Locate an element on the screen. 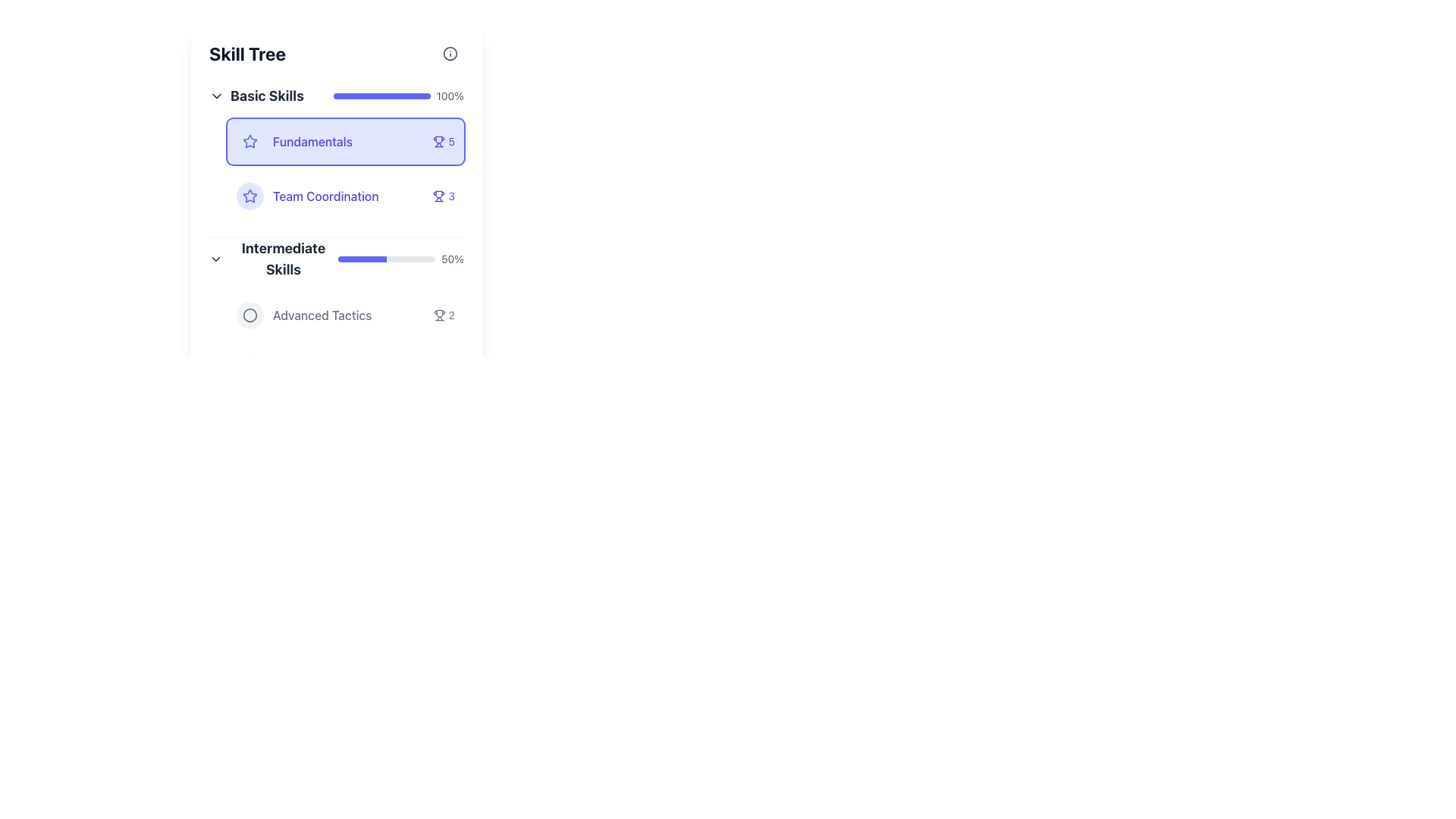 This screenshot has width=1456, height=819. the trophy icon component that represents an award, centrally positioned within the trophy icon SVG, located to the right of the 'Fundamentals' text in the 'Basic Skills' section is located at coordinates (438, 193).